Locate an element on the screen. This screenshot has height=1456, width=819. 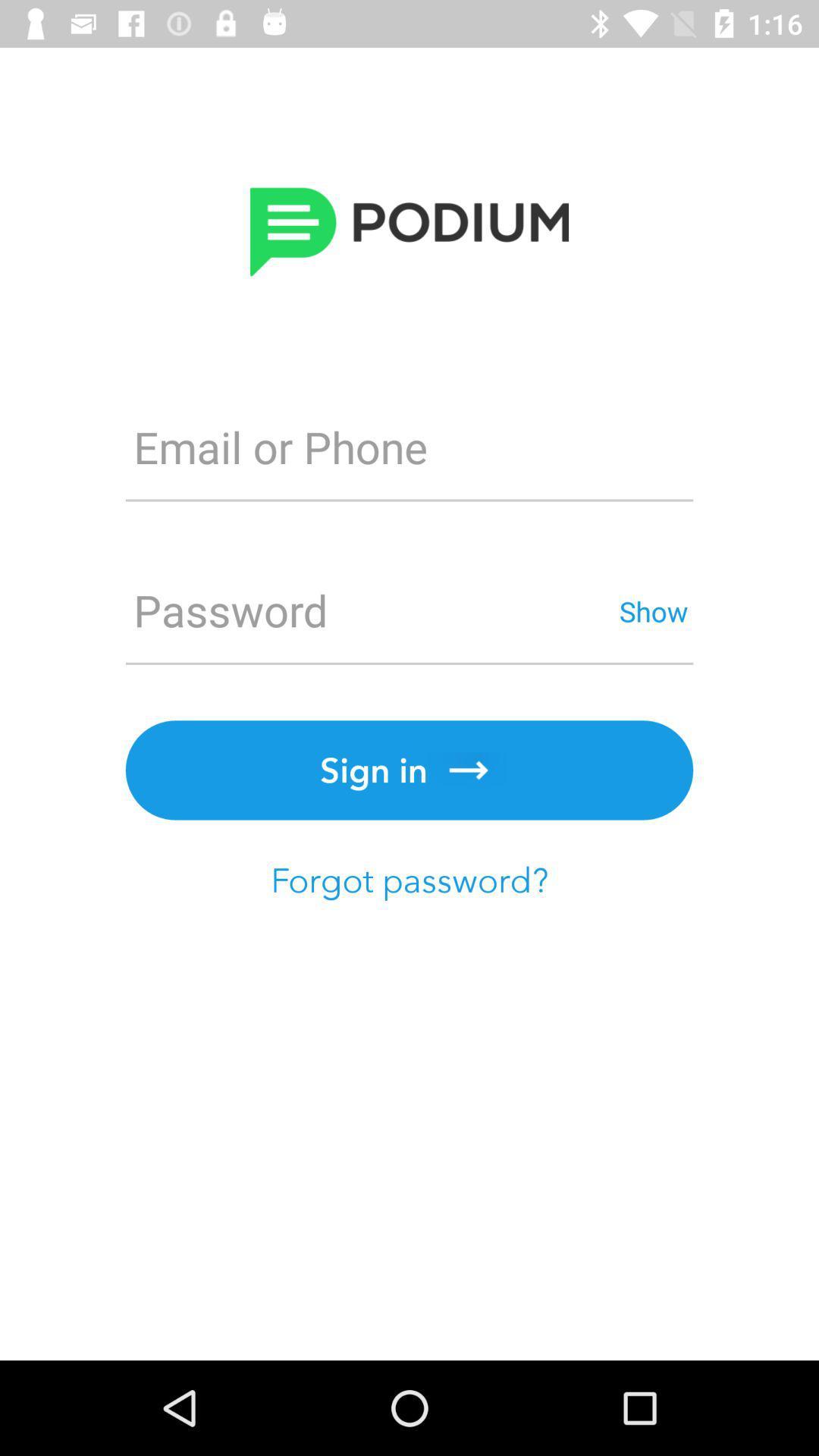
the icon above sign in item is located at coordinates (369, 610).